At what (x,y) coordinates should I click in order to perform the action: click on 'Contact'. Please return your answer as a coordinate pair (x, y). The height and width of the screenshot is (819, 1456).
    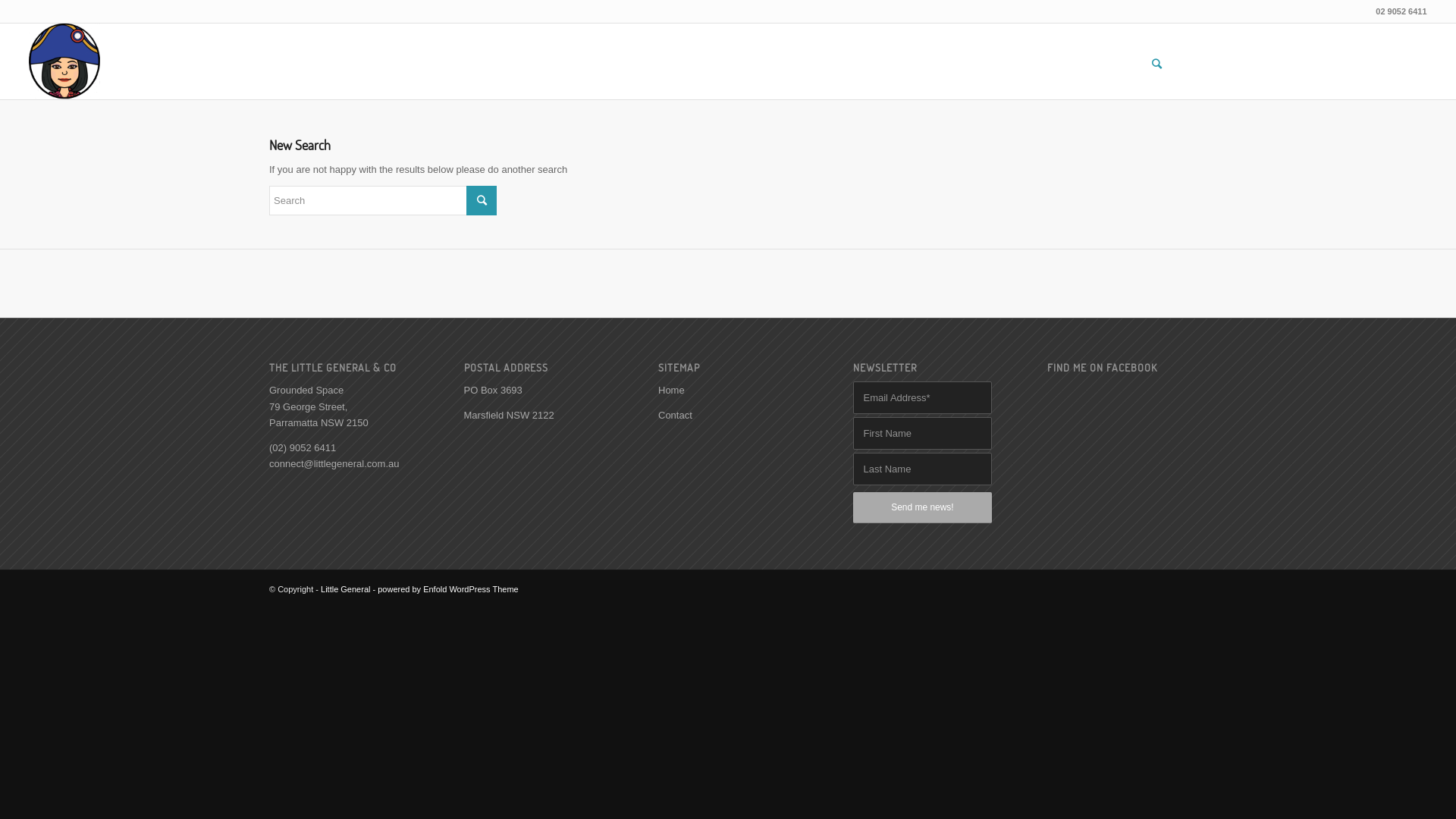
    Looking at the image, I should click on (674, 415).